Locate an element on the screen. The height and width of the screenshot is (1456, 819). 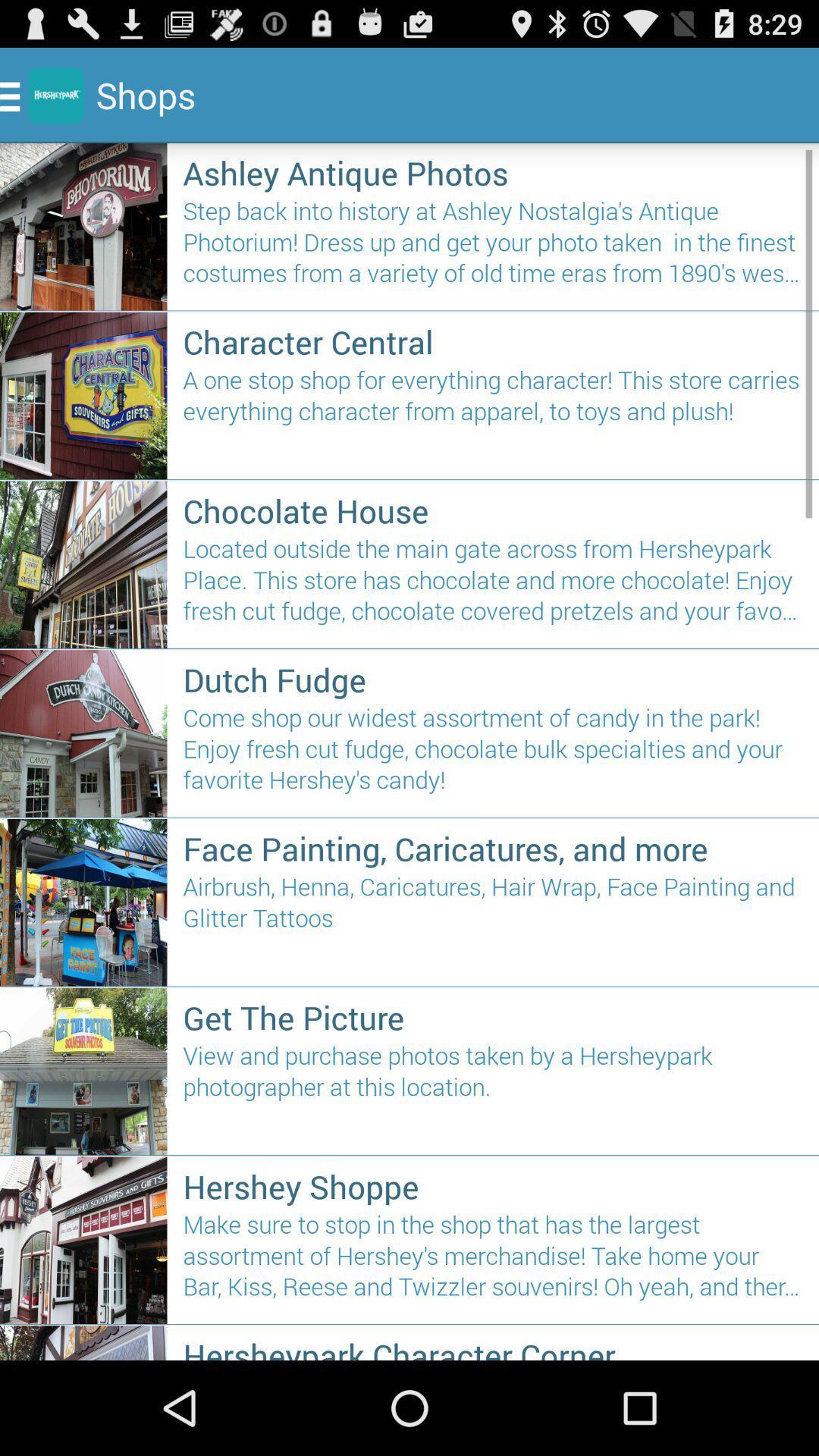
icon above the chocolate house item is located at coordinates (493, 417).